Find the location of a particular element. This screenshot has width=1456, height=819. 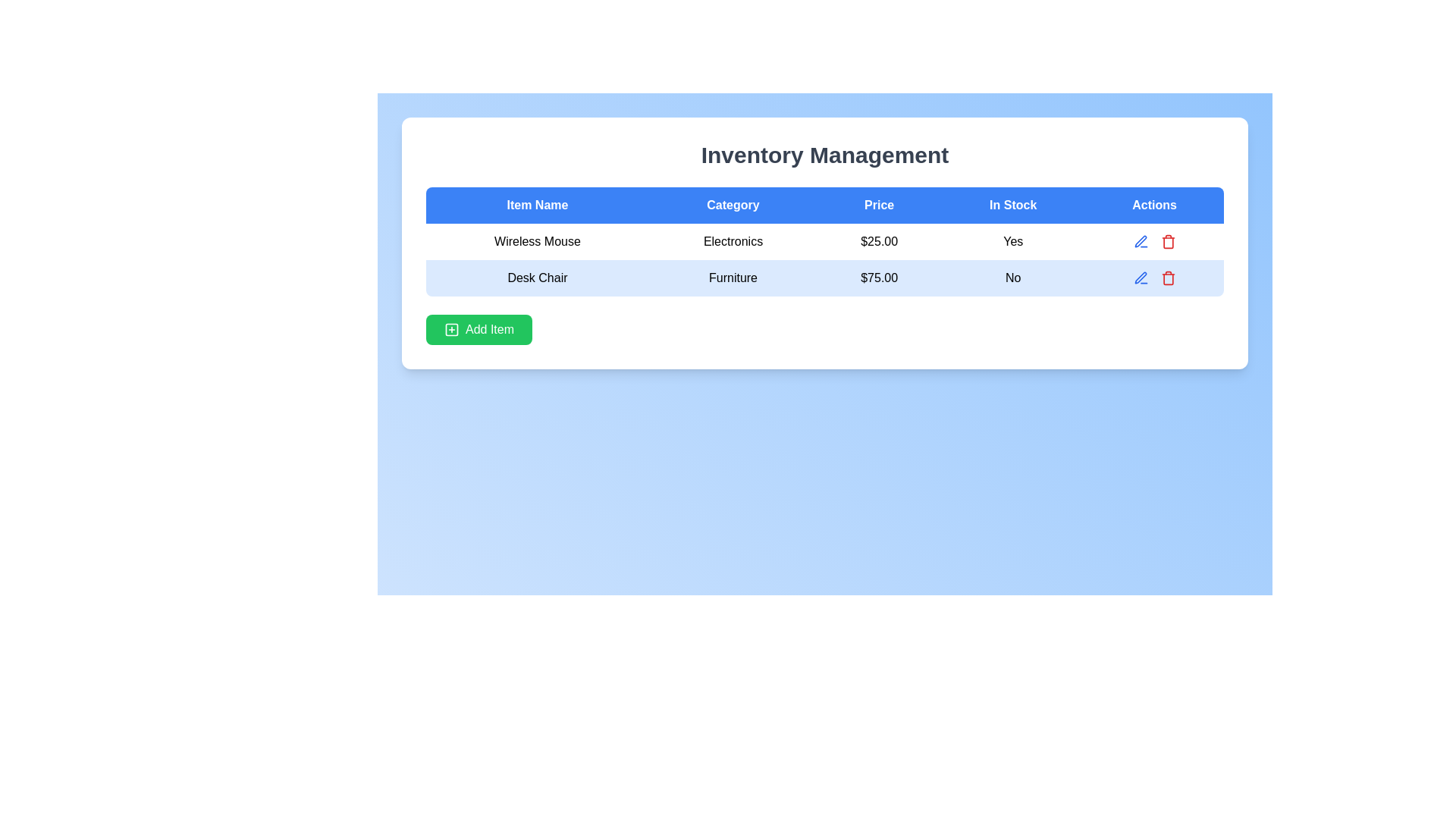

price value displayed for the 'Desk Chair' item in the inventory table, located in the third column of the second row is located at coordinates (879, 278).